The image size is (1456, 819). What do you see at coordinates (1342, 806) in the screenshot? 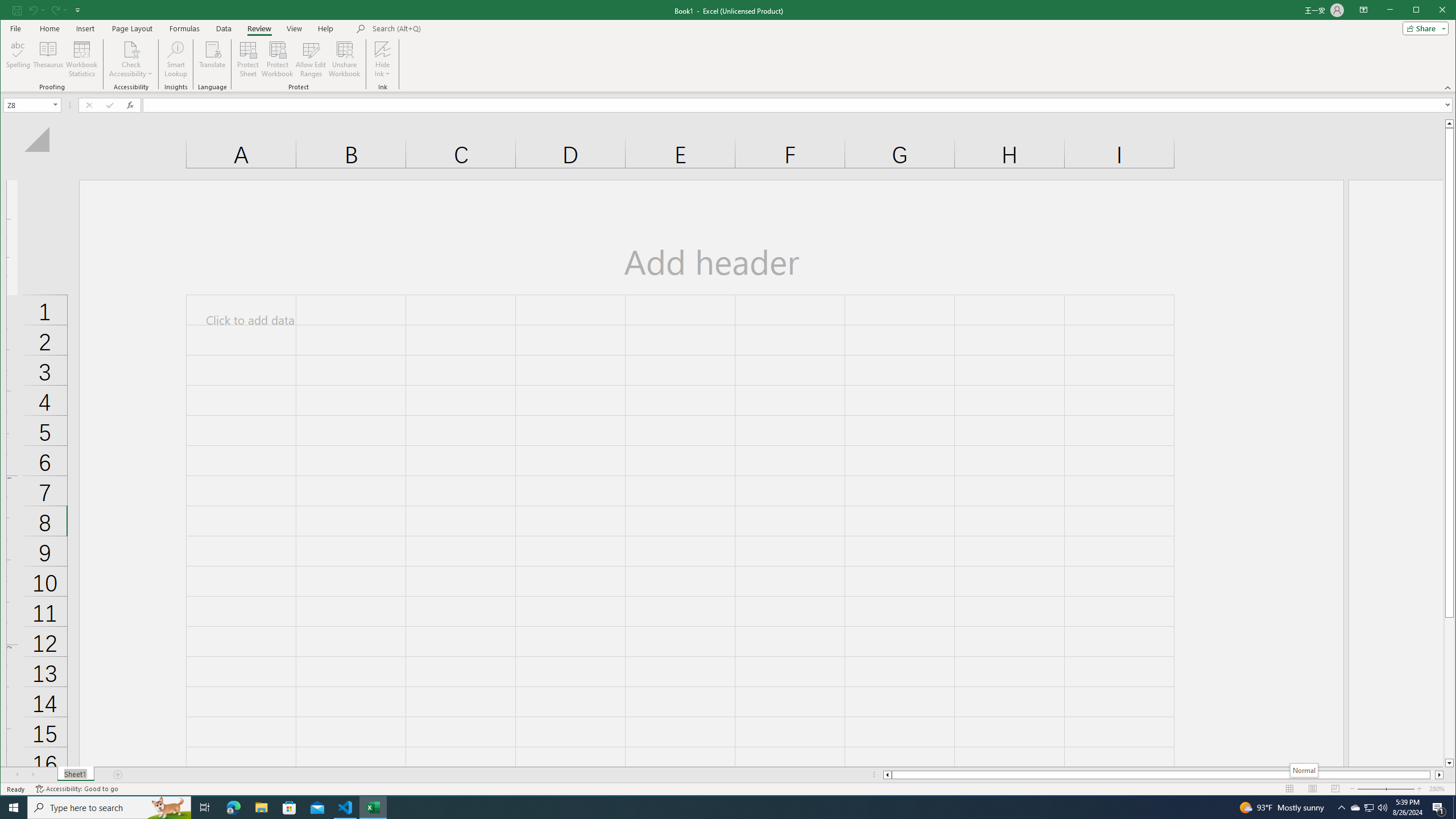
I see `'Notification Chevron'` at bounding box center [1342, 806].